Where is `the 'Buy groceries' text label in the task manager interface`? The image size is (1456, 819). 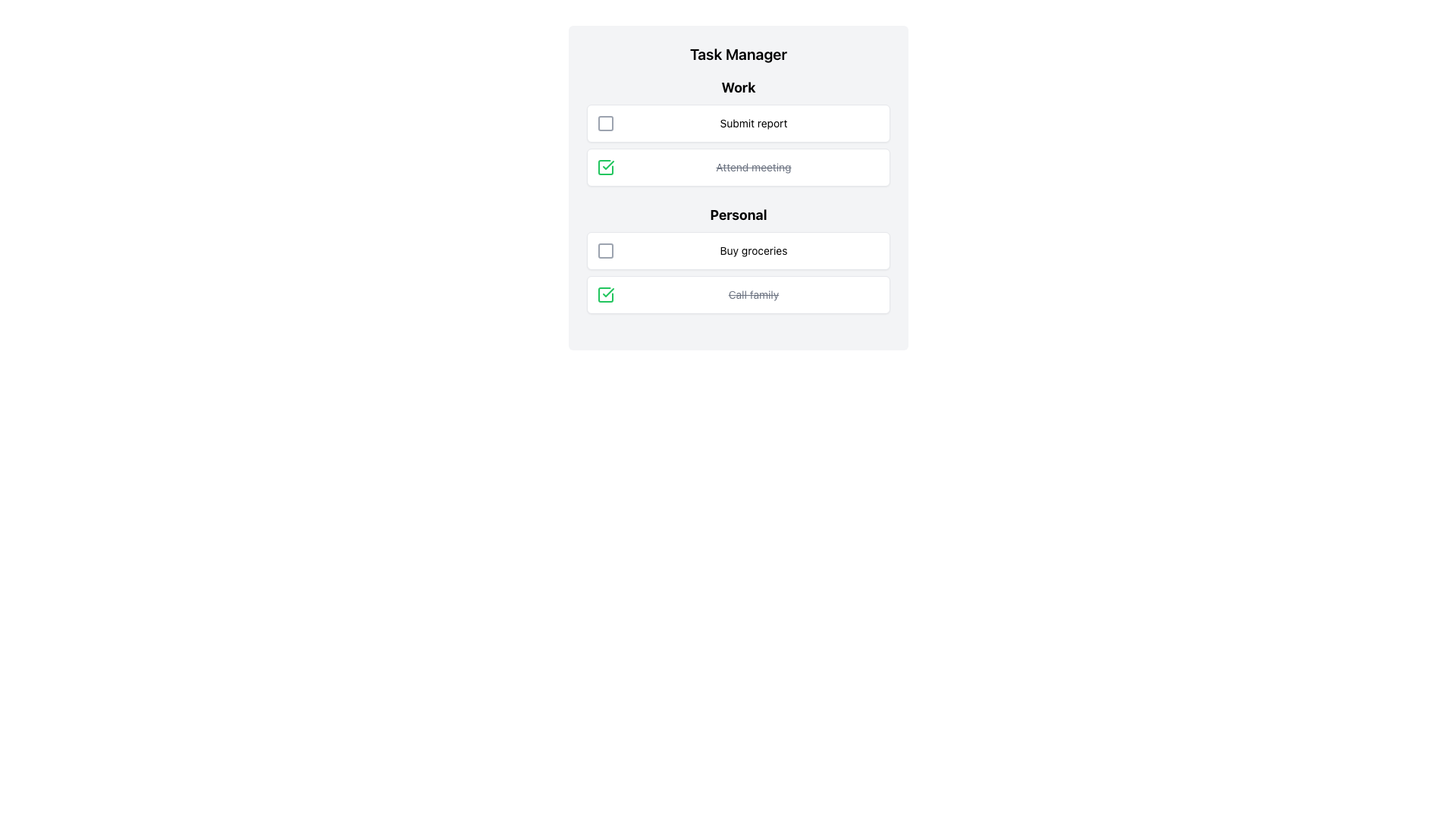 the 'Buy groceries' text label in the task manager interface is located at coordinates (753, 250).